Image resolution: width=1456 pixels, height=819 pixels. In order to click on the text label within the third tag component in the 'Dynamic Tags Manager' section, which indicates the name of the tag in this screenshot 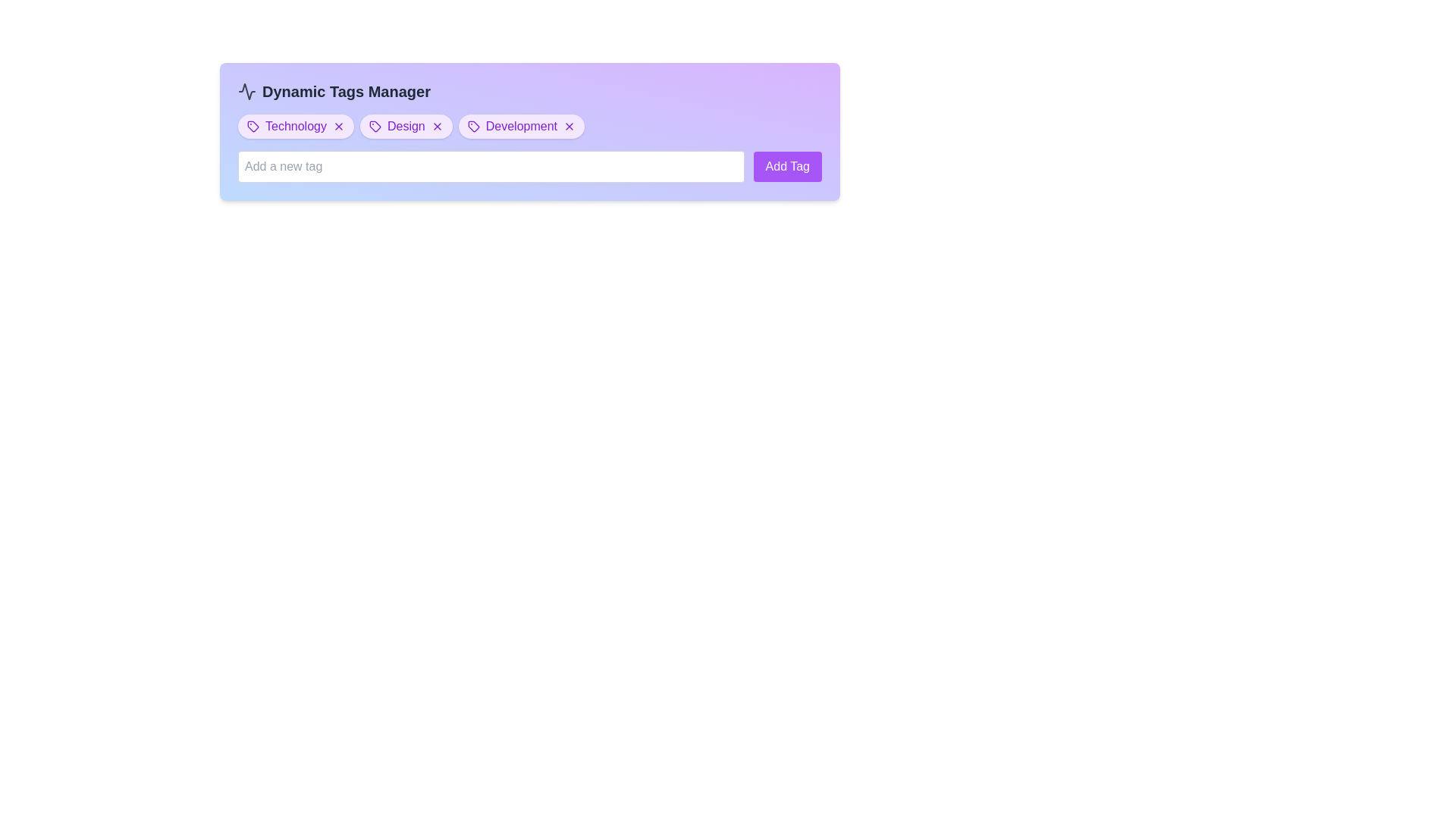, I will do `click(521, 125)`.